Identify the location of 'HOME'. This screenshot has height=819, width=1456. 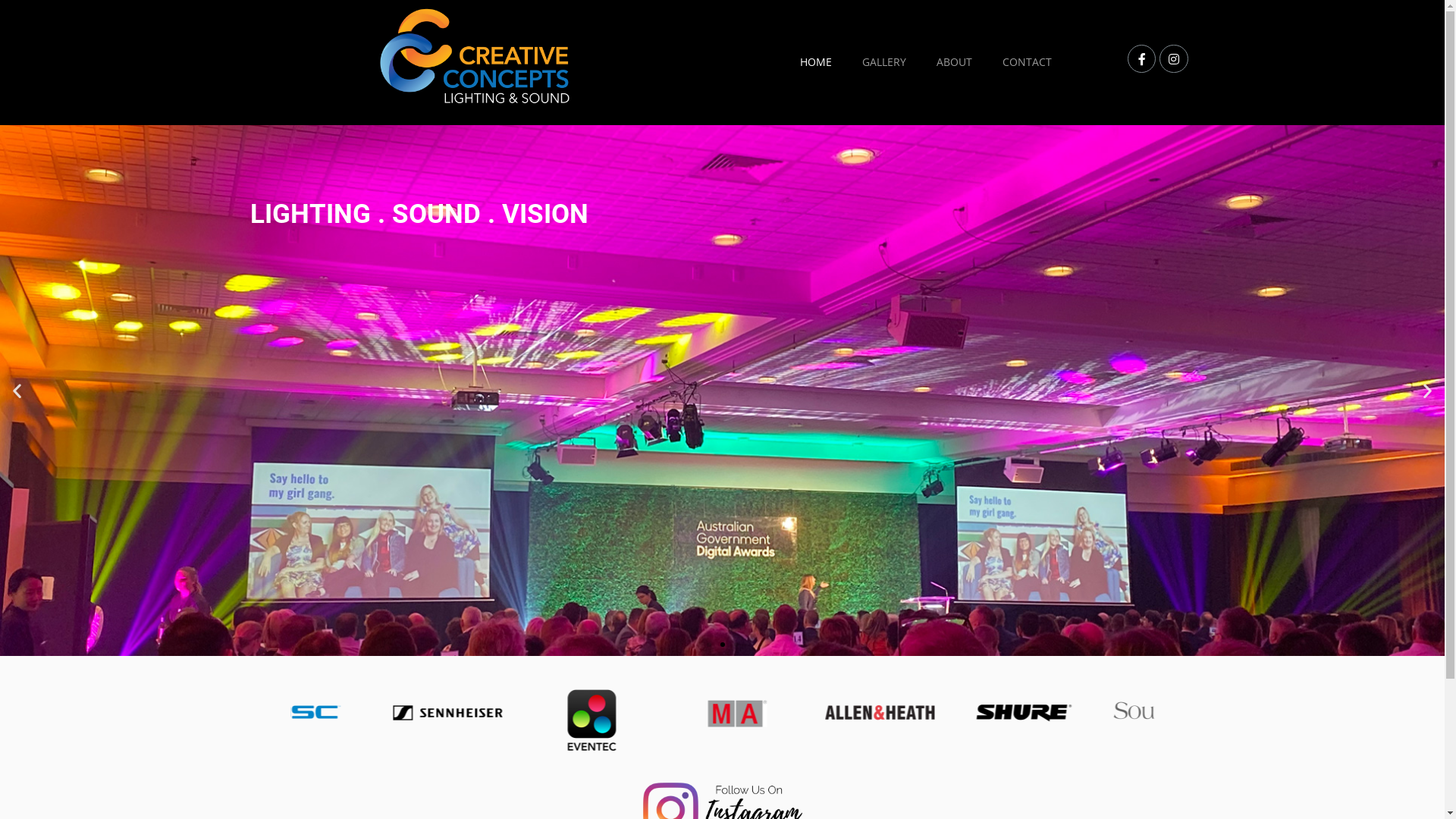
(814, 61).